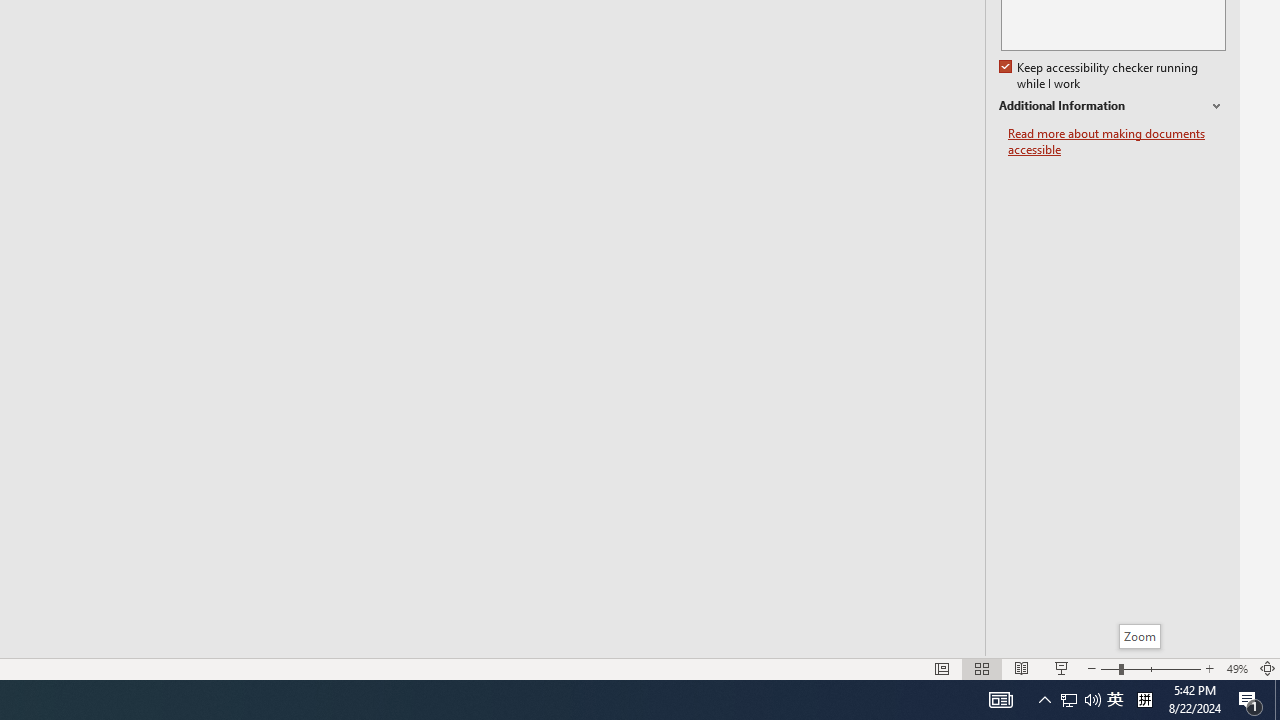 This screenshot has height=720, width=1280. Describe the element at coordinates (1236, 669) in the screenshot. I see `'Zoom 49%'` at that location.